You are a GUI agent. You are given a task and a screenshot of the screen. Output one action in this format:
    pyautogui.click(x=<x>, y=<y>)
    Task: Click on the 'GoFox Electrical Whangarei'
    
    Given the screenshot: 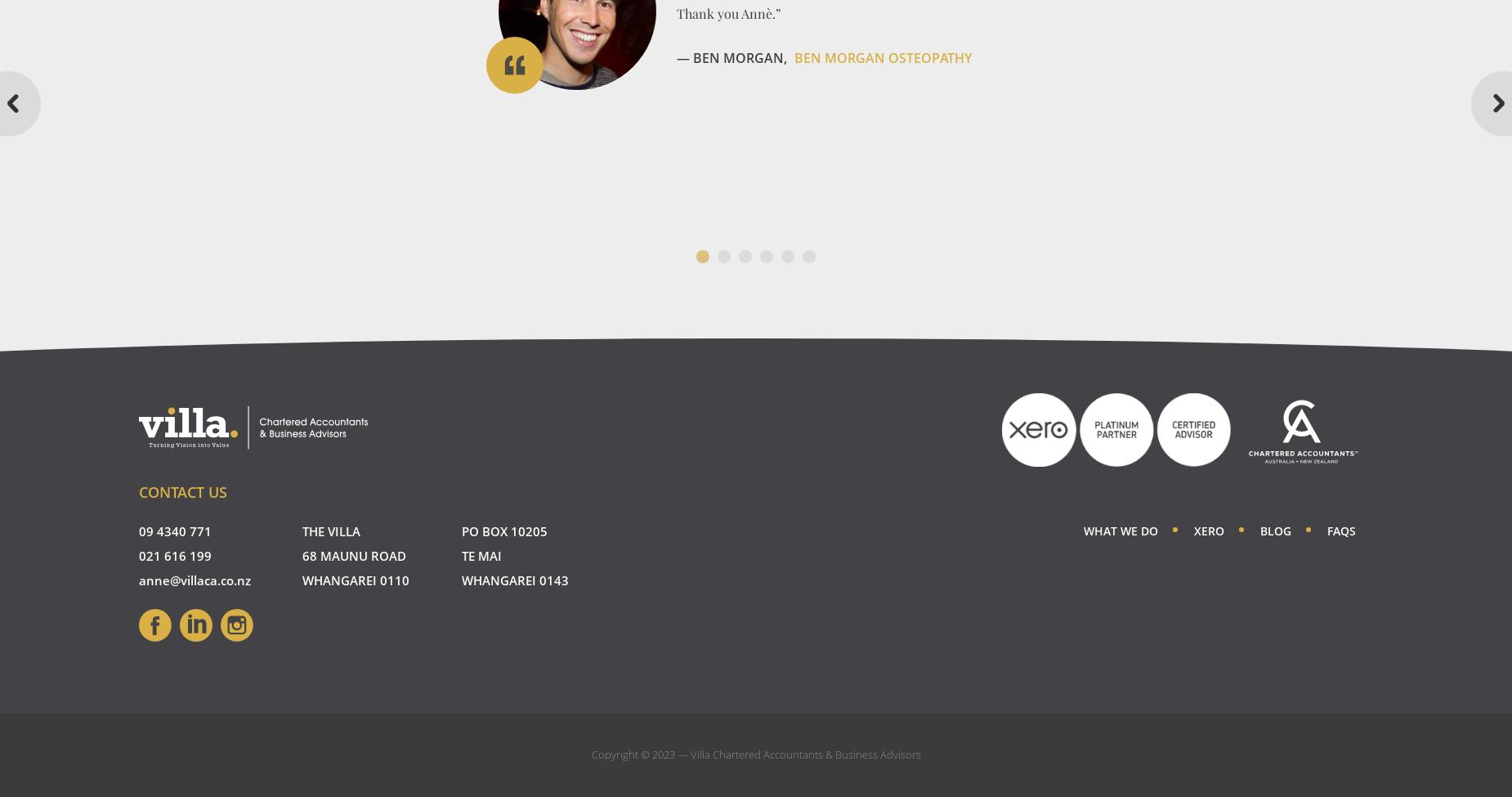 What is the action you would take?
    pyautogui.click(x=783, y=151)
    